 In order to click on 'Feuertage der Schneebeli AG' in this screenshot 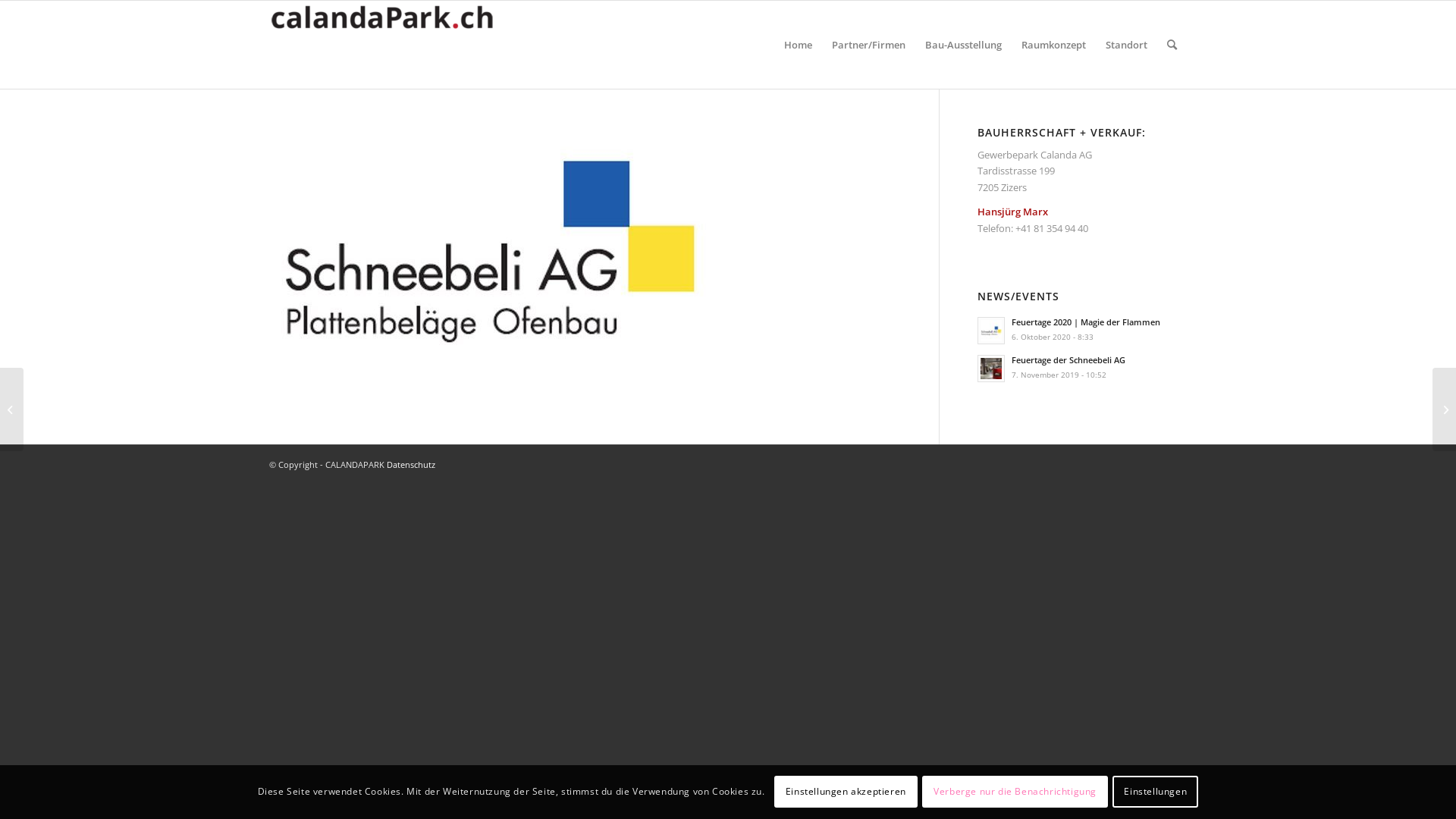, I will do `click(1068, 359)`.